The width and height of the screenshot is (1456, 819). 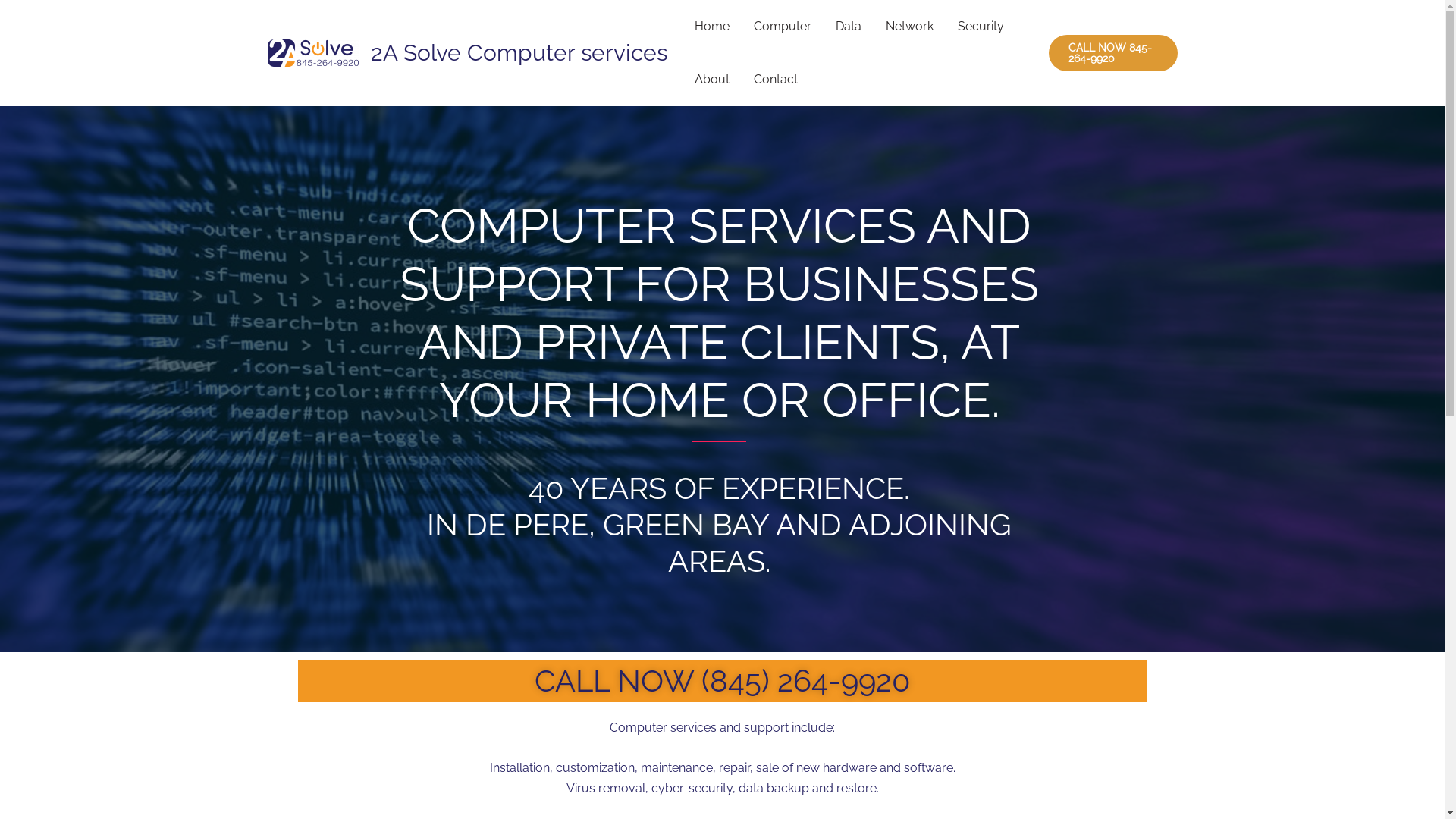 What do you see at coordinates (909, 26) in the screenshot?
I see `'Network'` at bounding box center [909, 26].